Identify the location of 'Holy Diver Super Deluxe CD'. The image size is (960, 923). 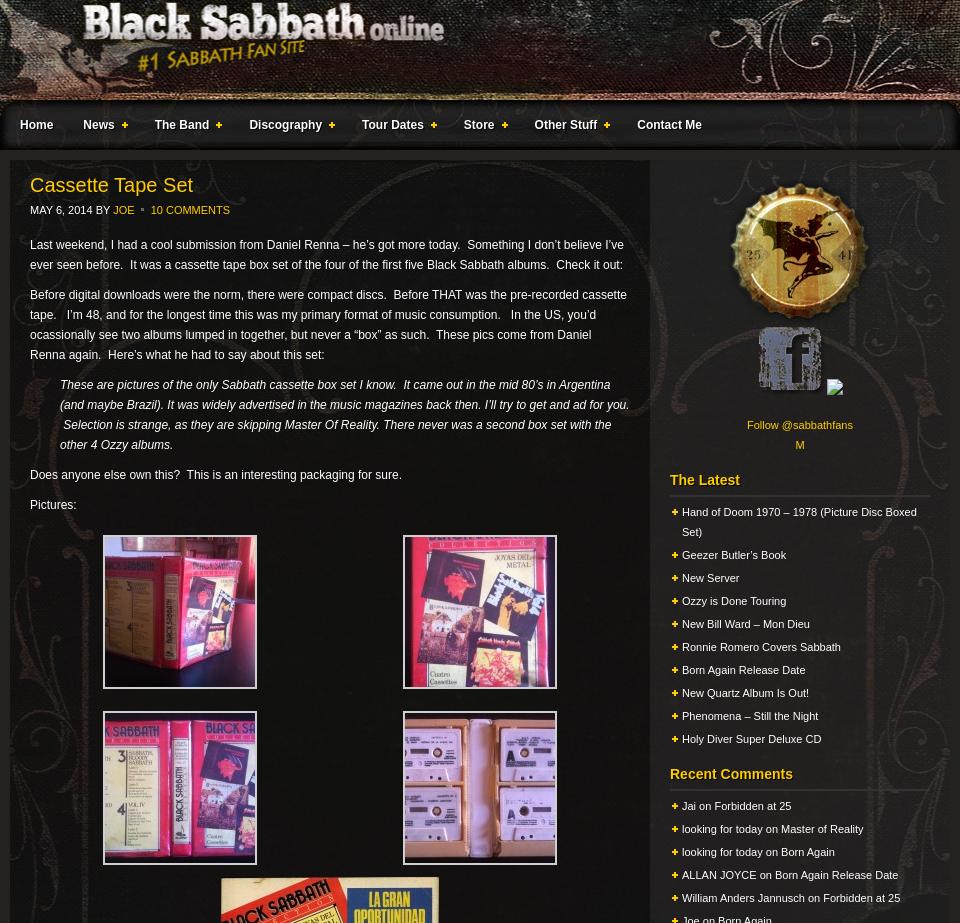
(750, 738).